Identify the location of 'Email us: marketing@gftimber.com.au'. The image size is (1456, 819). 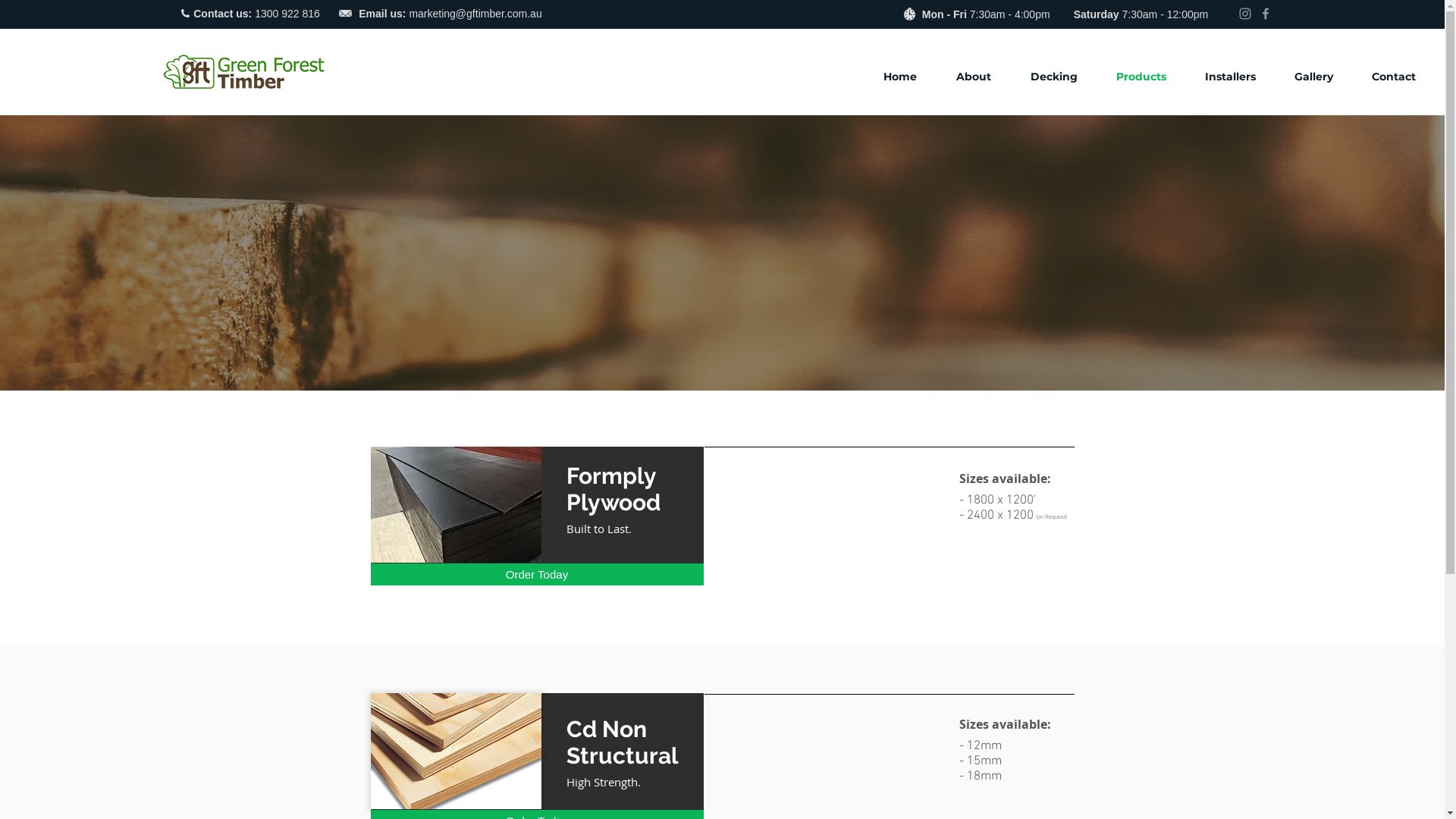
(358, 13).